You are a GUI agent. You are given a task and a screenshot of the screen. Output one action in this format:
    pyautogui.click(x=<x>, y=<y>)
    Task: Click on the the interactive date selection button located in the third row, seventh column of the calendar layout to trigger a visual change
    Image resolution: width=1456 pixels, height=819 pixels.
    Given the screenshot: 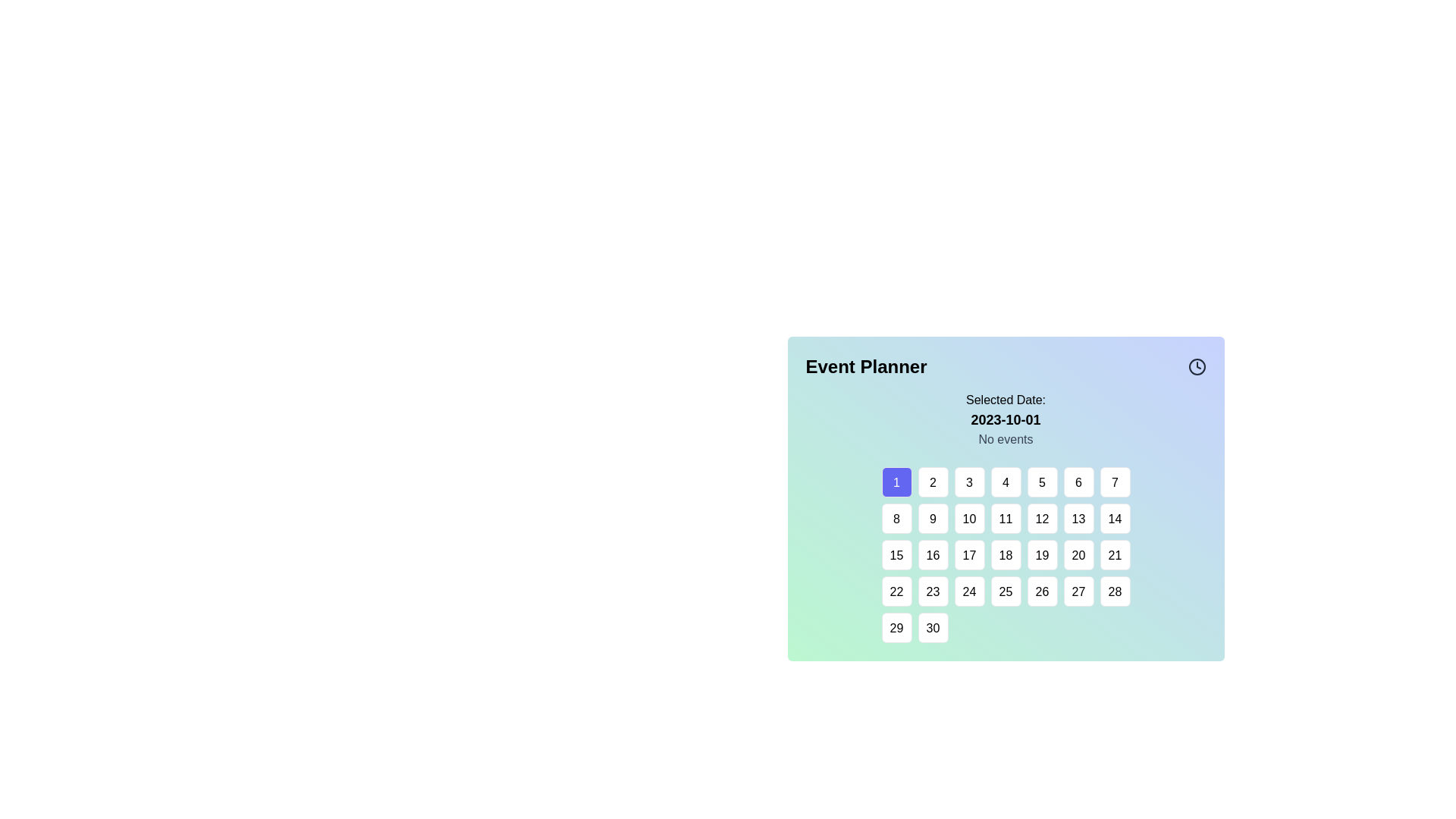 What is the action you would take?
    pyautogui.click(x=1115, y=517)
    